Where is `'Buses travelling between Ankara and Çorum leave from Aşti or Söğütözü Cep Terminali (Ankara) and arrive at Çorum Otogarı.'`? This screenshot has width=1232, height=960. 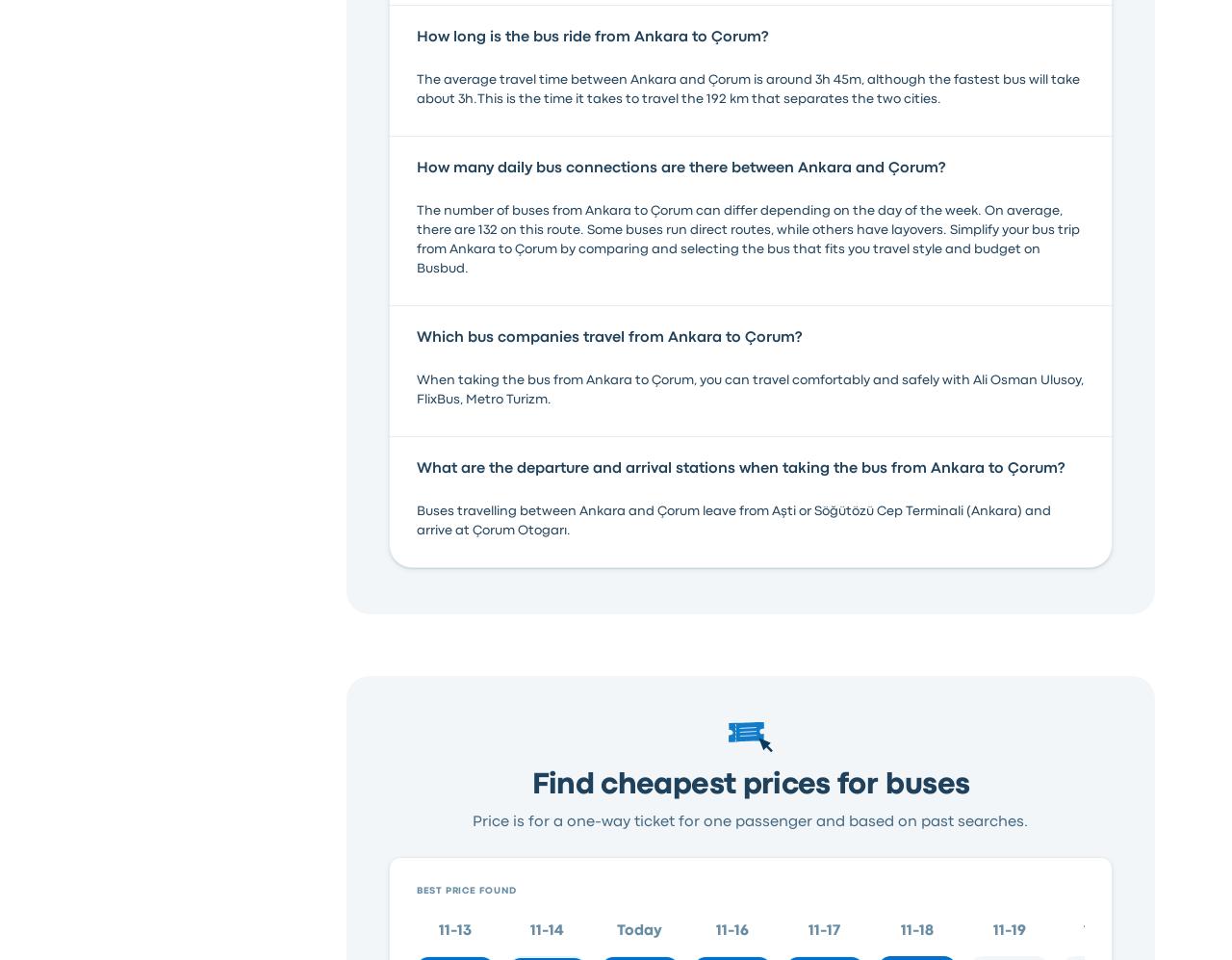
'Buses travelling between Ankara and Çorum leave from Aşti or Söğütözü Cep Terminali (Ankara) and arrive at Çorum Otogarı.' is located at coordinates (731, 518).